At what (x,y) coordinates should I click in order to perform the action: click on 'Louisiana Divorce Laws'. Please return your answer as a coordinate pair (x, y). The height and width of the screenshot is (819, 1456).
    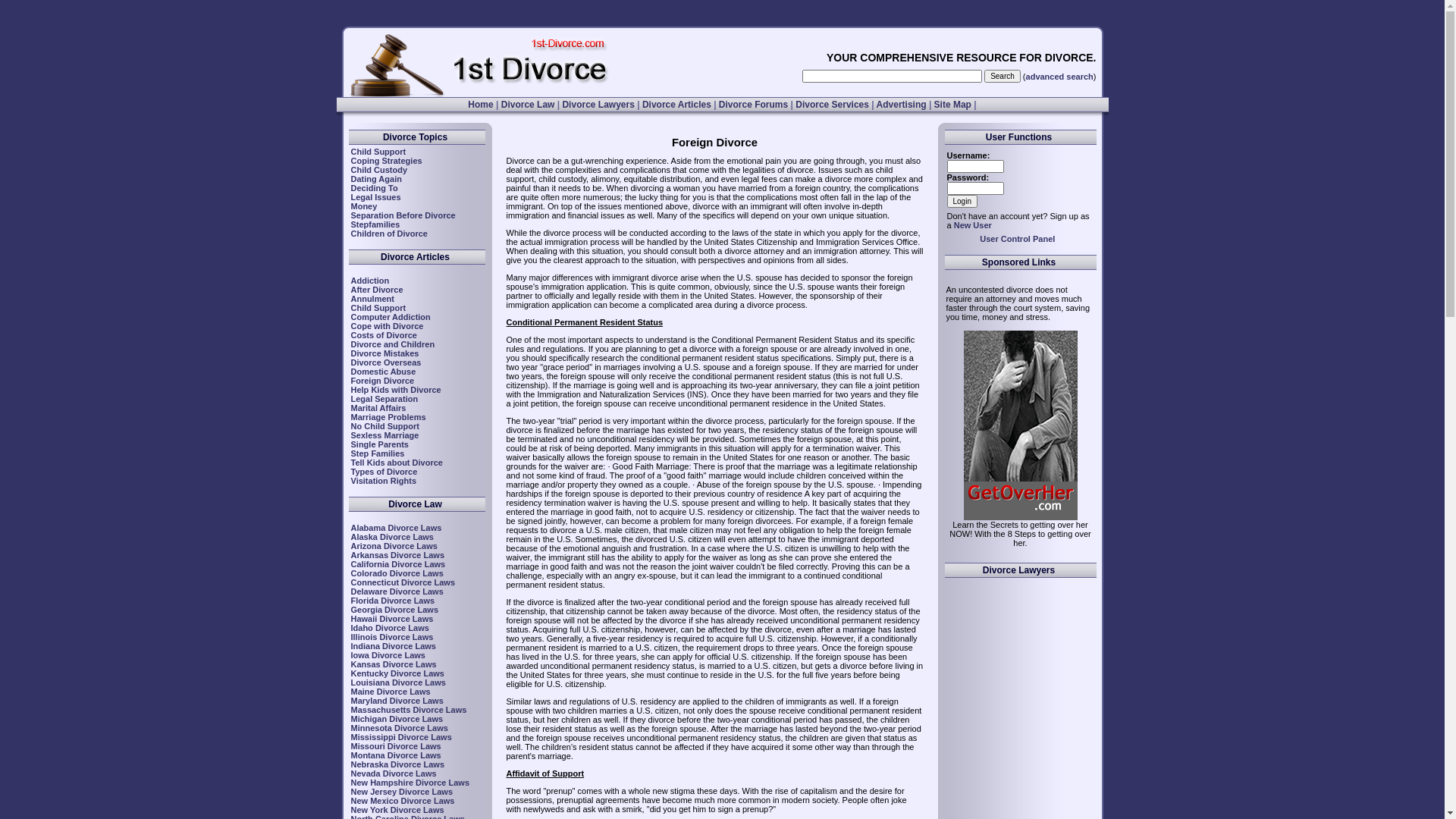
    Looking at the image, I should click on (397, 681).